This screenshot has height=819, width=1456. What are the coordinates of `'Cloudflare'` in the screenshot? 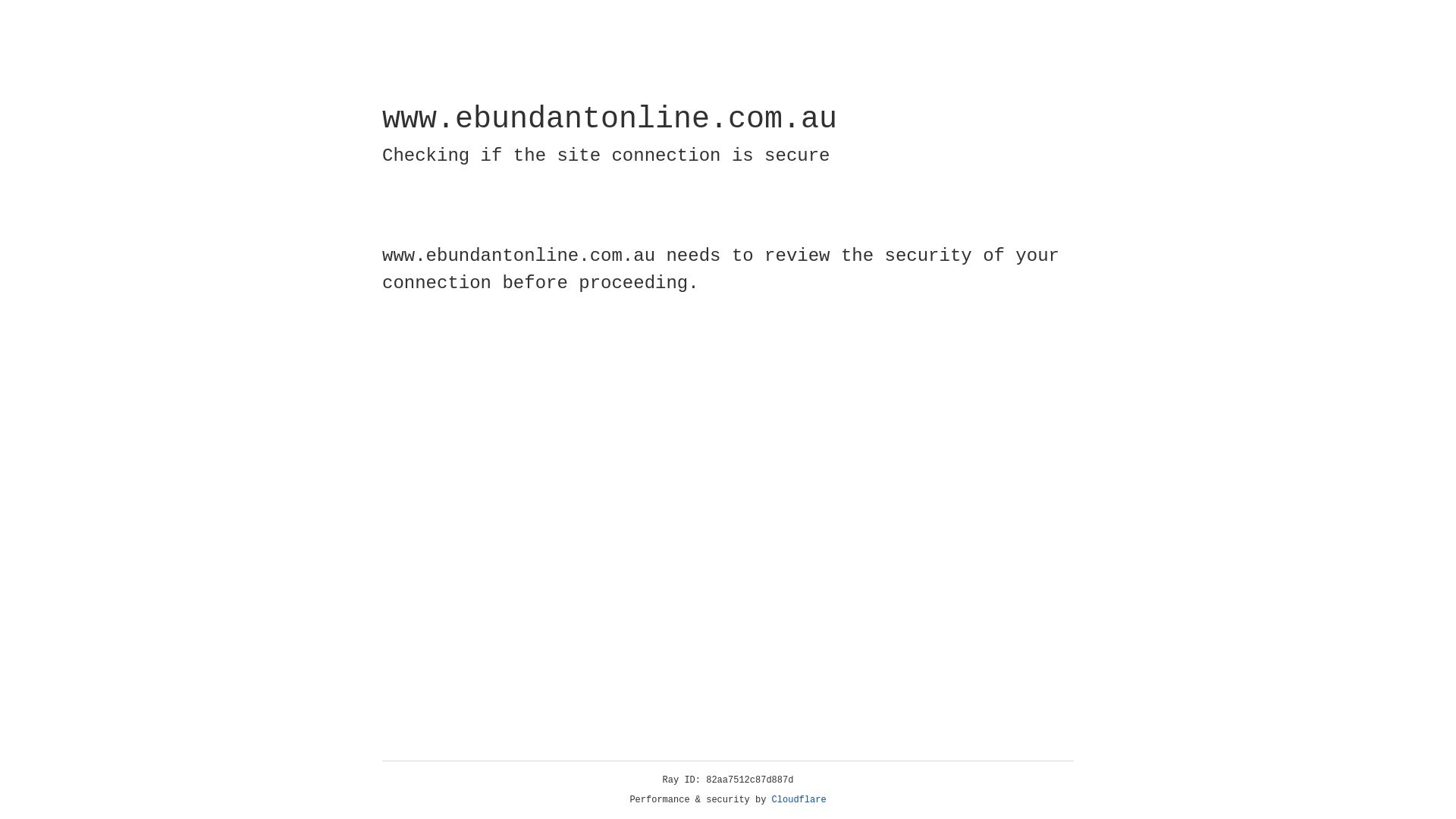 It's located at (771, 799).